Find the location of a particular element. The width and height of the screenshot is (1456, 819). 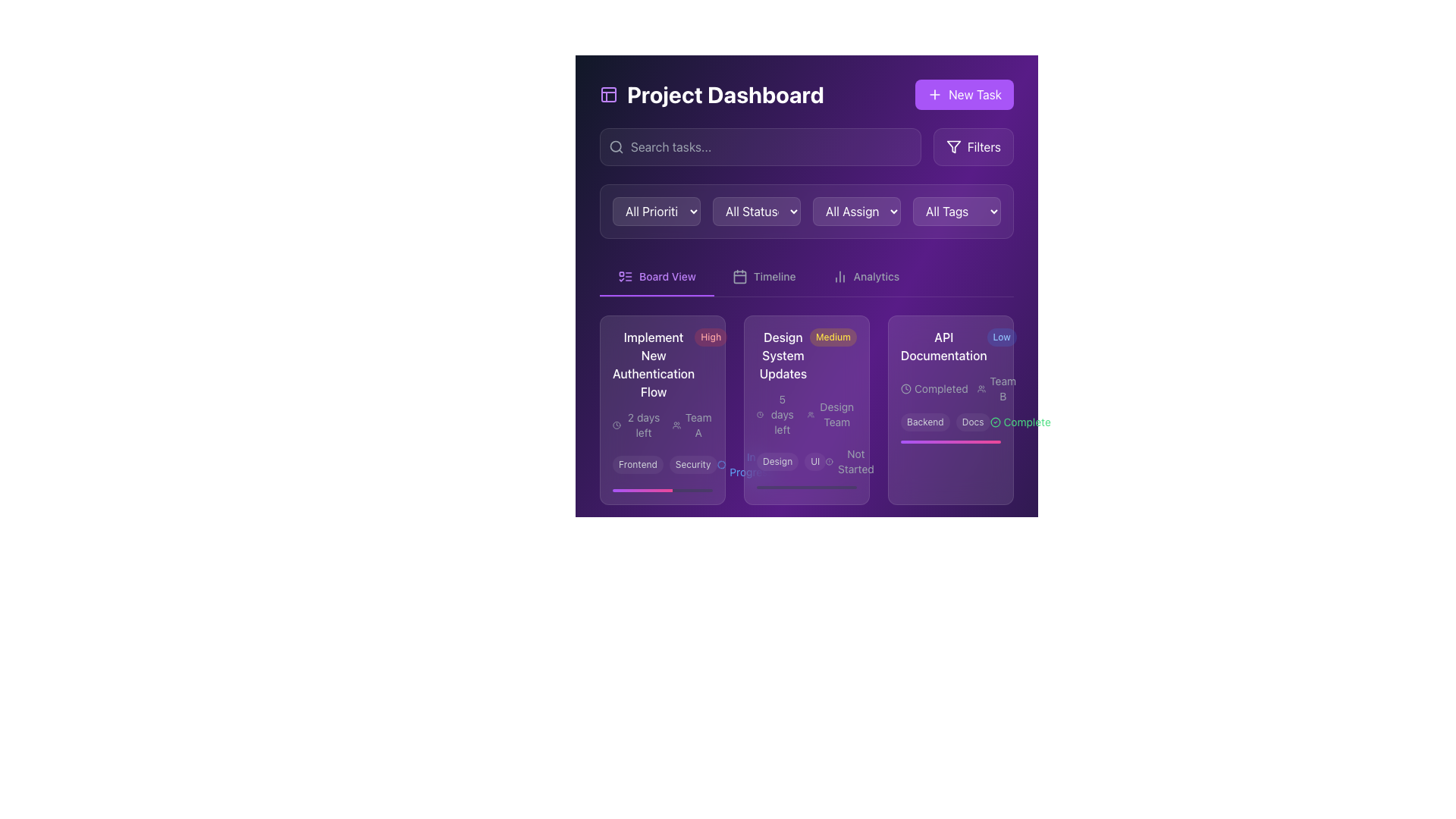

the small, stylized filter icon, which is a triangular funnel shape located inside the 'Filters' button at the top-right section of the interface is located at coordinates (952, 146).